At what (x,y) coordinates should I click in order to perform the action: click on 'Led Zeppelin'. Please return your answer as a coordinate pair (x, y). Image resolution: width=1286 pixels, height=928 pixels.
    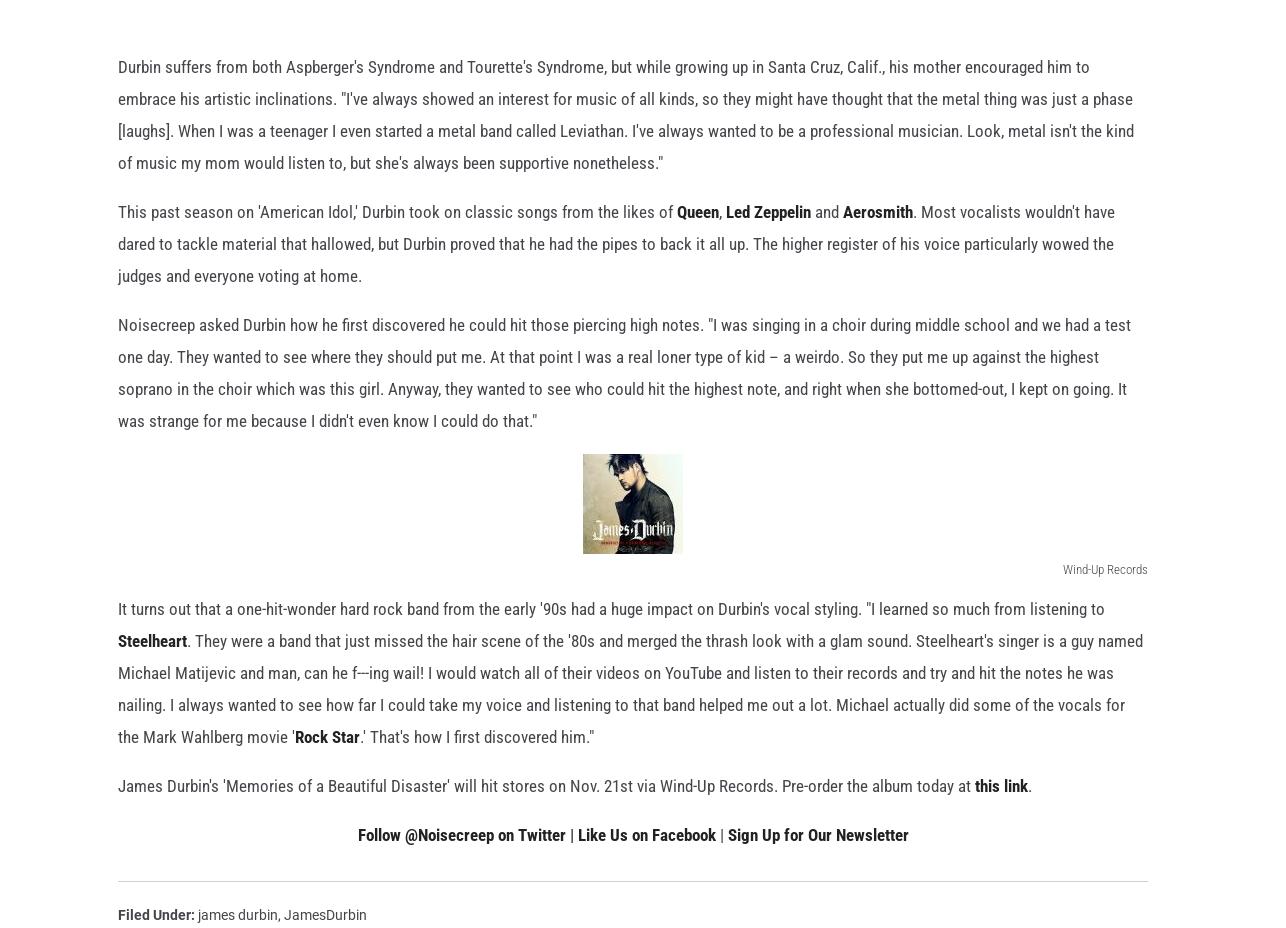
    Looking at the image, I should click on (725, 242).